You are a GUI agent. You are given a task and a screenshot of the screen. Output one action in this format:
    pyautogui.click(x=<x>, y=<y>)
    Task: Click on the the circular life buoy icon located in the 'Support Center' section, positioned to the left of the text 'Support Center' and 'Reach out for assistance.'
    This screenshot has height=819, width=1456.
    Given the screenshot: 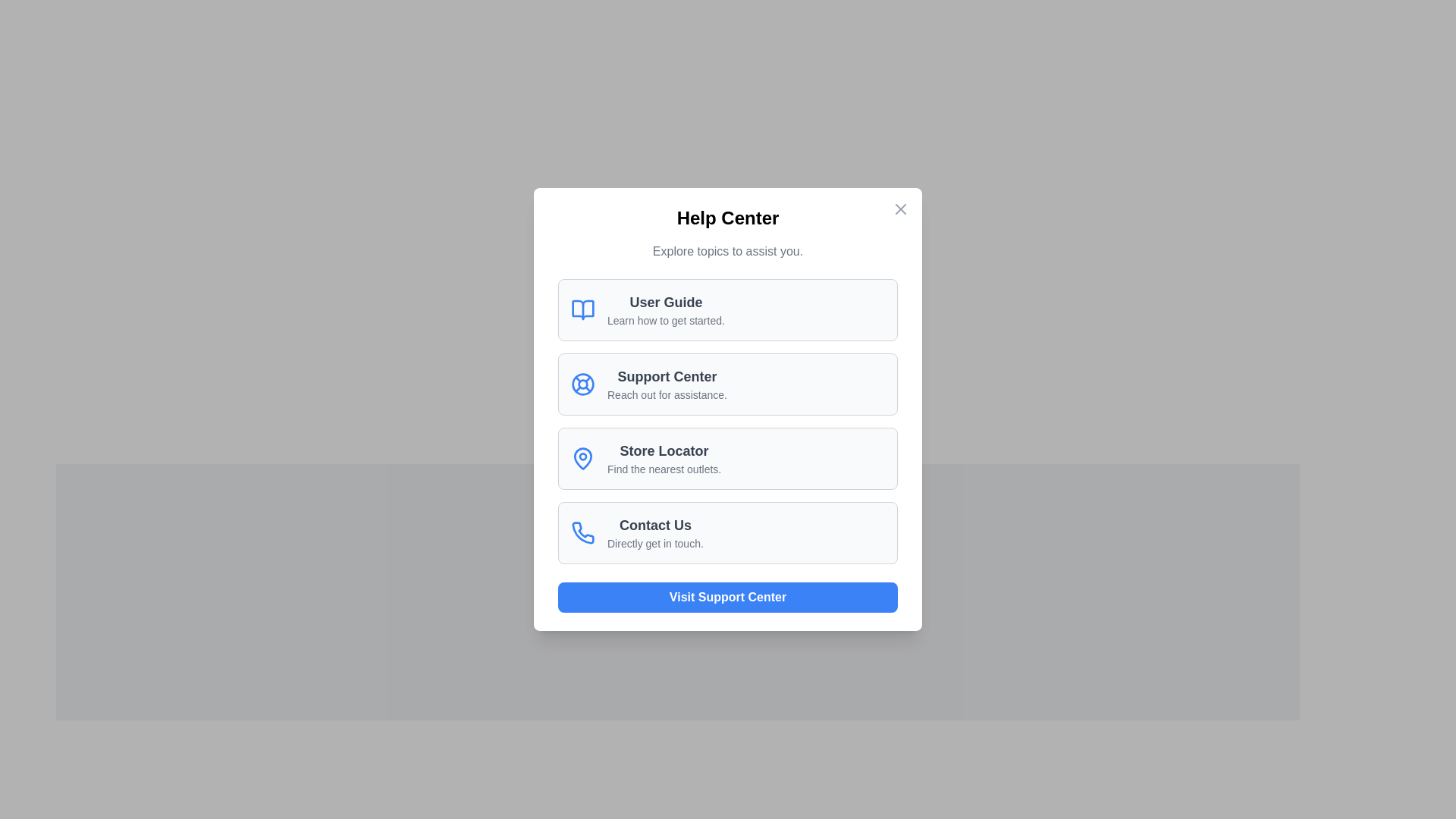 What is the action you would take?
    pyautogui.click(x=582, y=383)
    